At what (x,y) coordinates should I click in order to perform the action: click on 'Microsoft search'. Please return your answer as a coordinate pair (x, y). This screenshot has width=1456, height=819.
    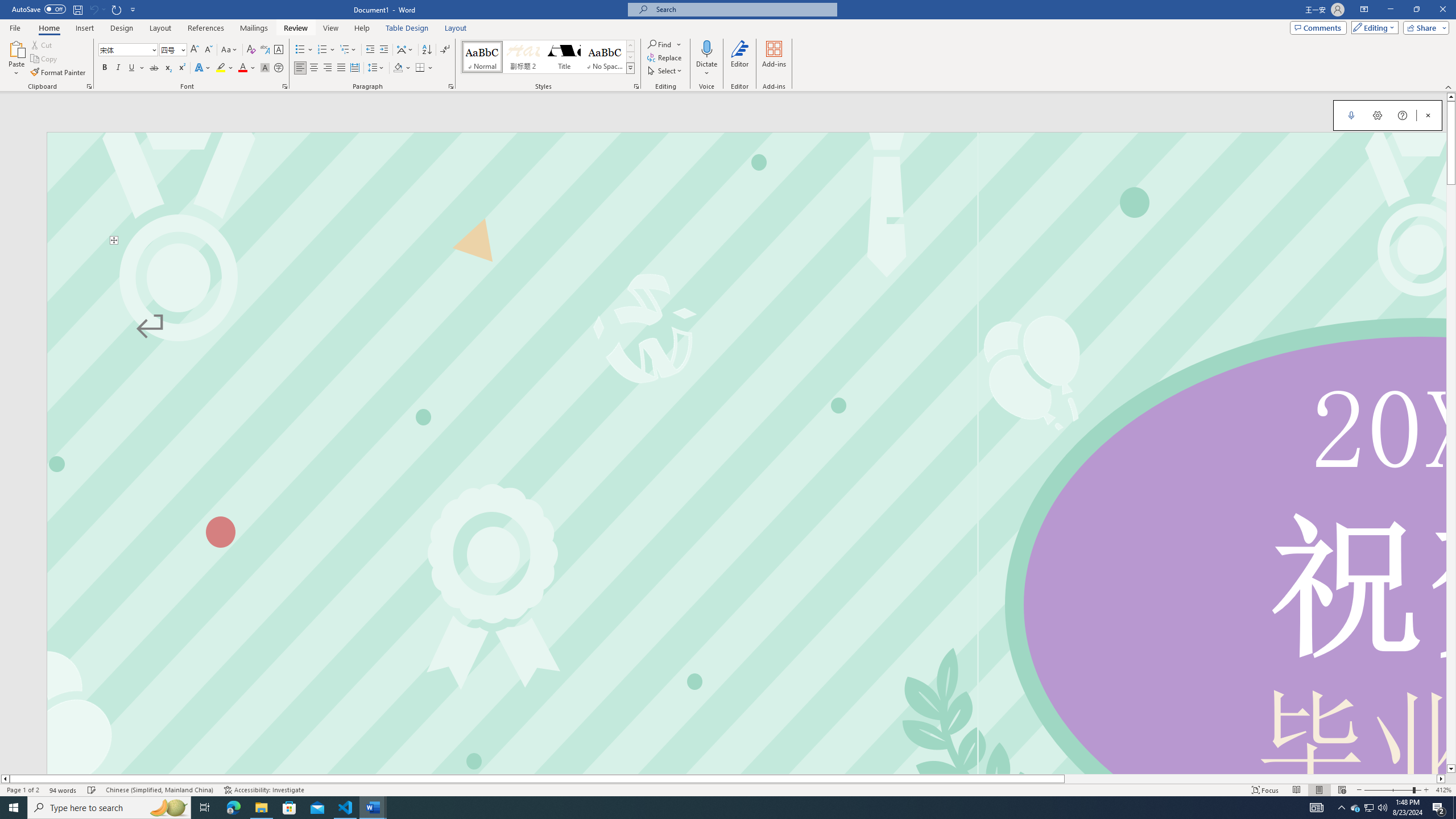
    Looking at the image, I should click on (742, 9).